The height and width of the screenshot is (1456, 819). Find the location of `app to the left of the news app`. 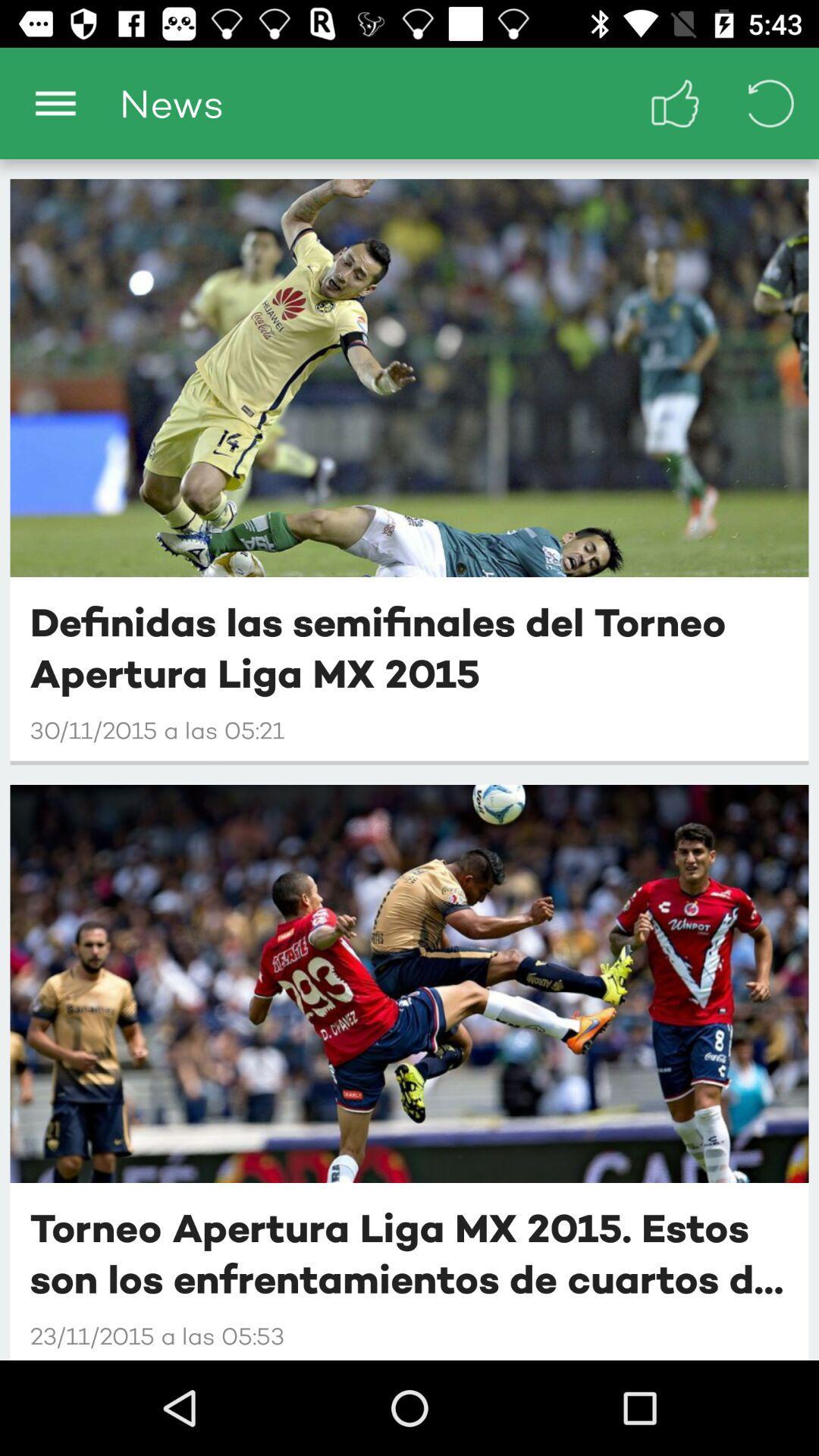

app to the left of the news app is located at coordinates (55, 102).